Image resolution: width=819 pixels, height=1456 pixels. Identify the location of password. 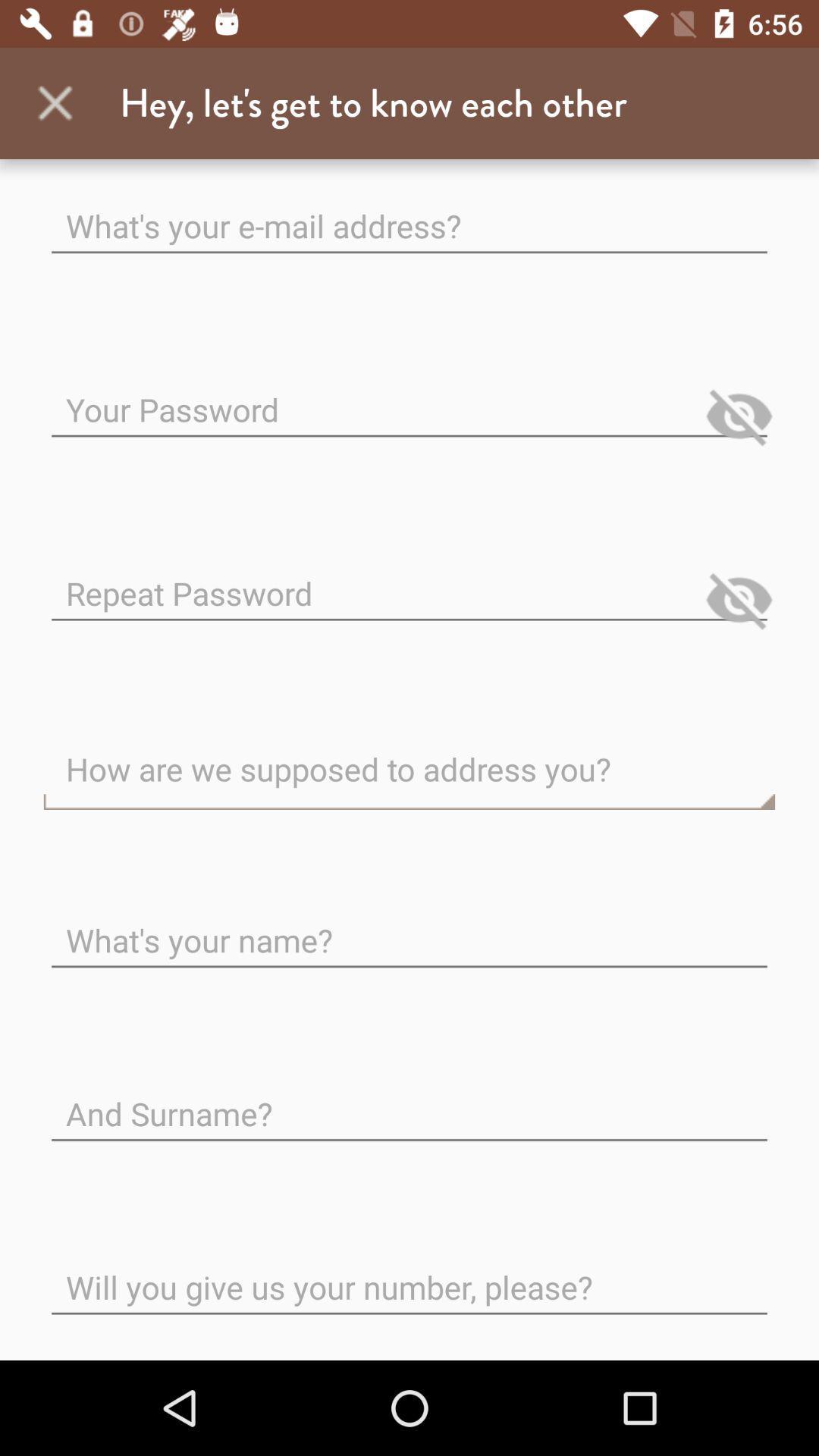
(409, 397).